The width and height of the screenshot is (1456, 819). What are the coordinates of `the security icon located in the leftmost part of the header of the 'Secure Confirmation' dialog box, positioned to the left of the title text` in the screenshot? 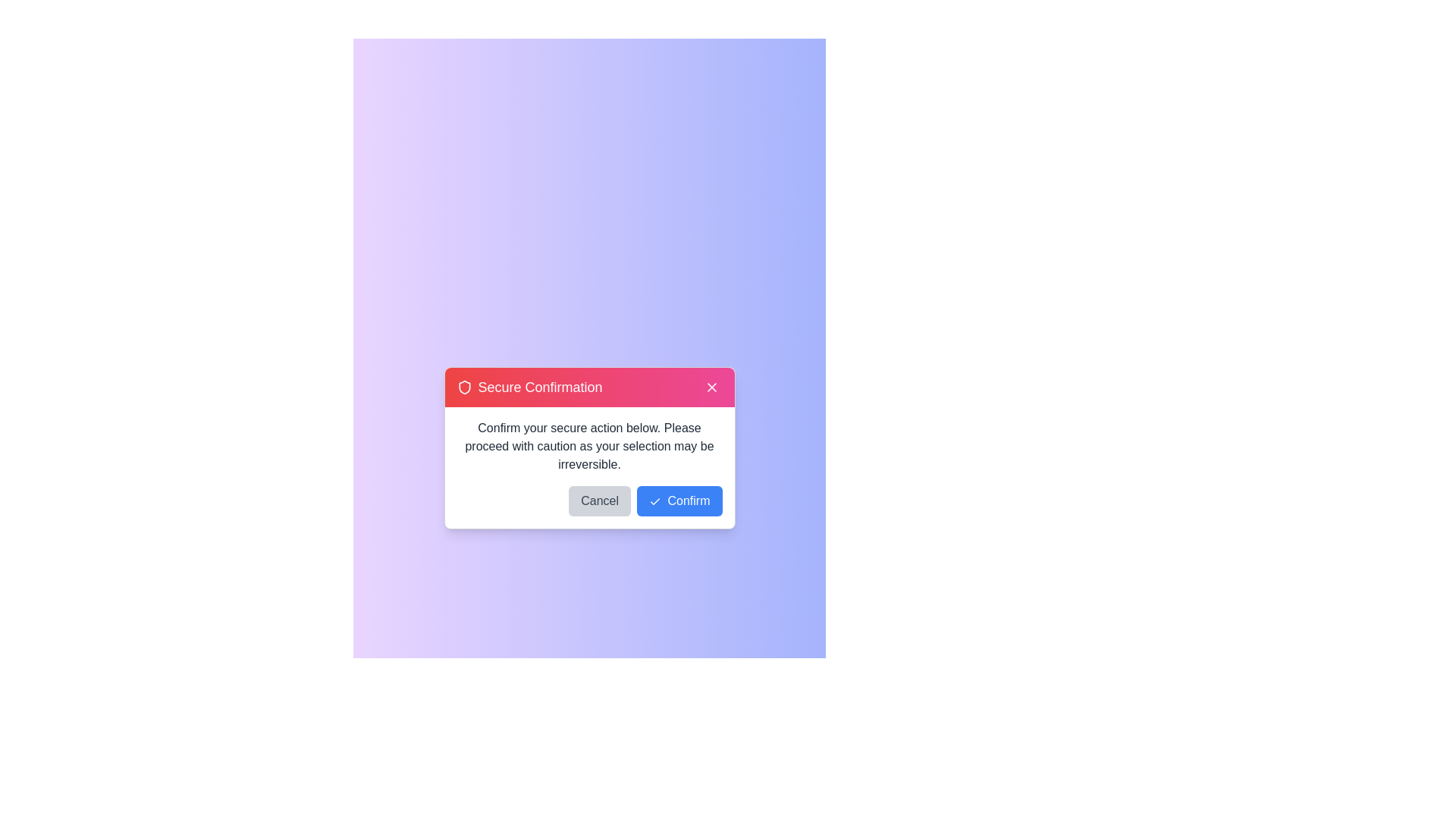 It's located at (463, 386).